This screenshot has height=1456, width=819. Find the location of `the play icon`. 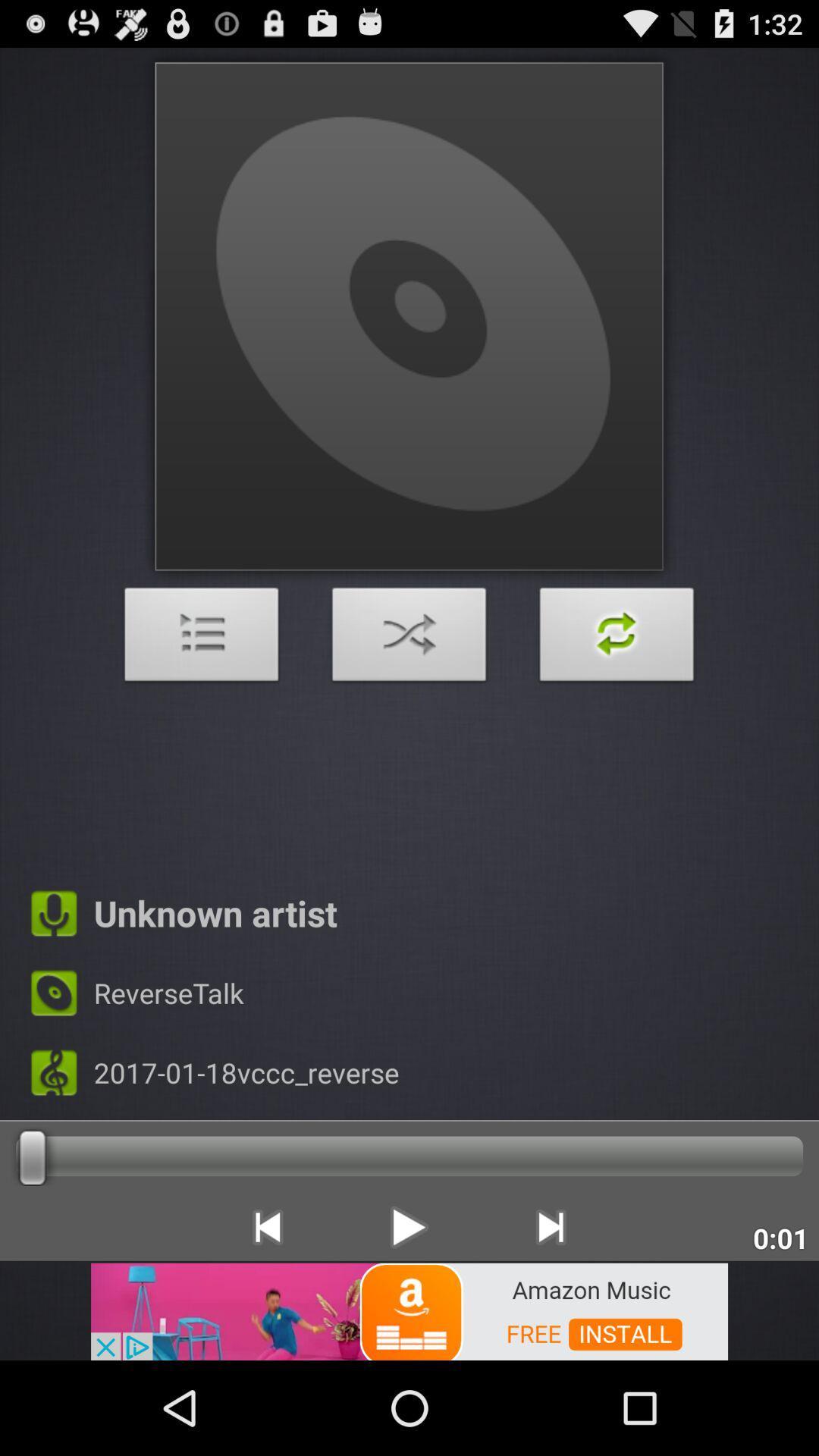

the play icon is located at coordinates (408, 1312).